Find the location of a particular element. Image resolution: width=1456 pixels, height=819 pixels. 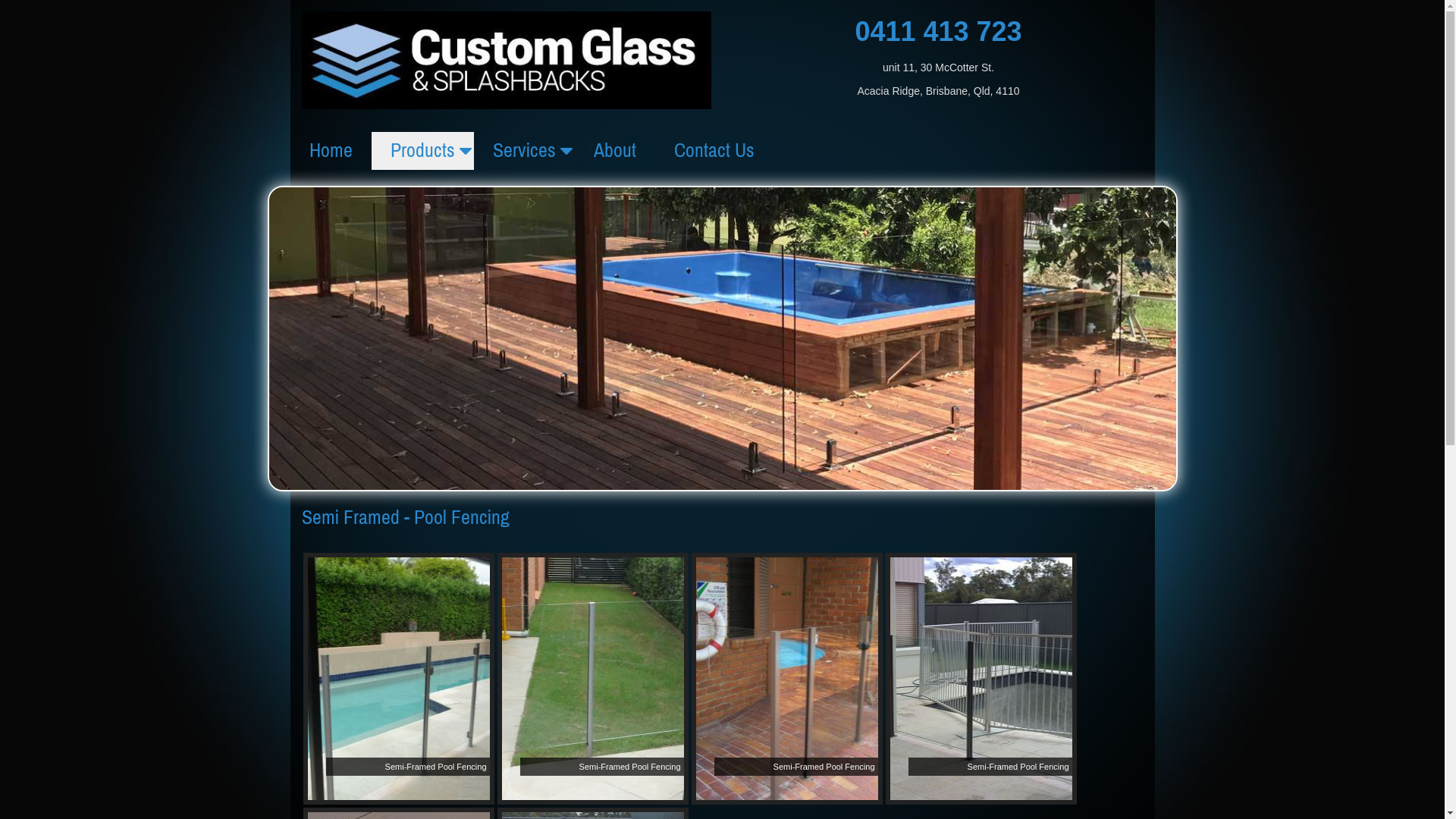

'Products' is located at coordinates (371, 151).